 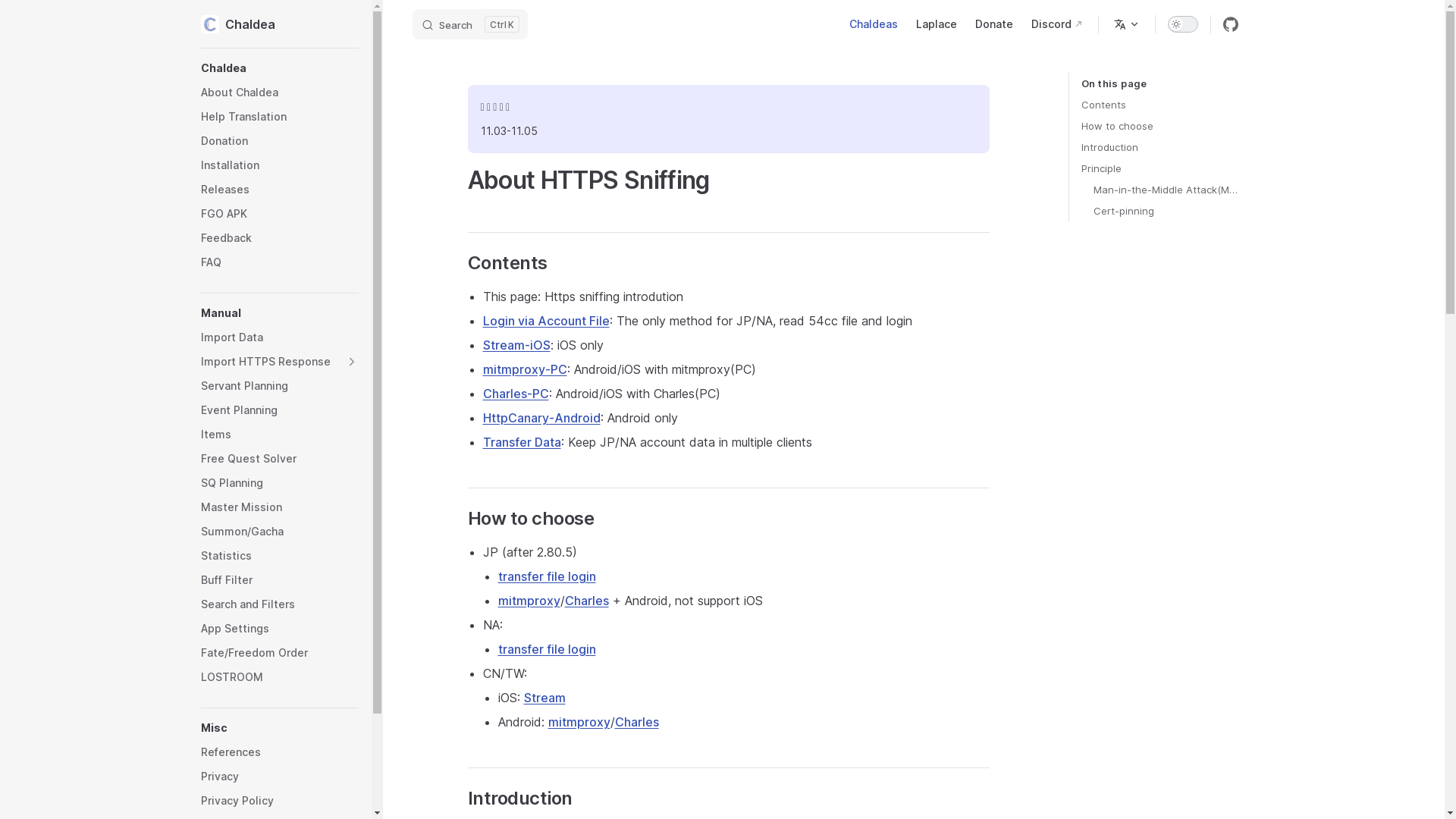 What do you see at coordinates (546, 576) in the screenshot?
I see `'transfer file login'` at bounding box center [546, 576].